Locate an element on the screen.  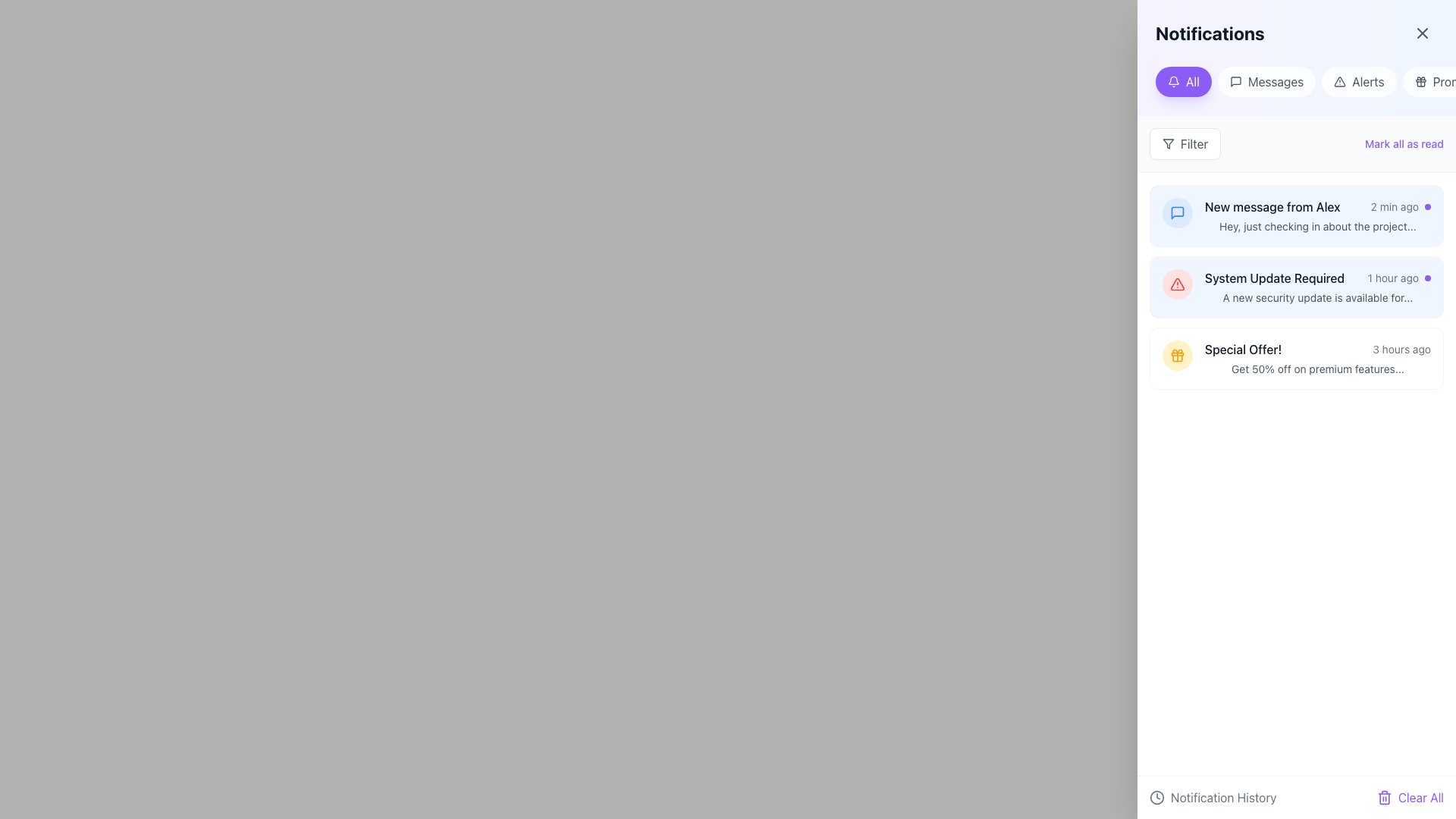
the small gray outlined push pin icon in the Notifications sidebar, located to the right of the text 'New message from Alex' is located at coordinates (1388, 216).